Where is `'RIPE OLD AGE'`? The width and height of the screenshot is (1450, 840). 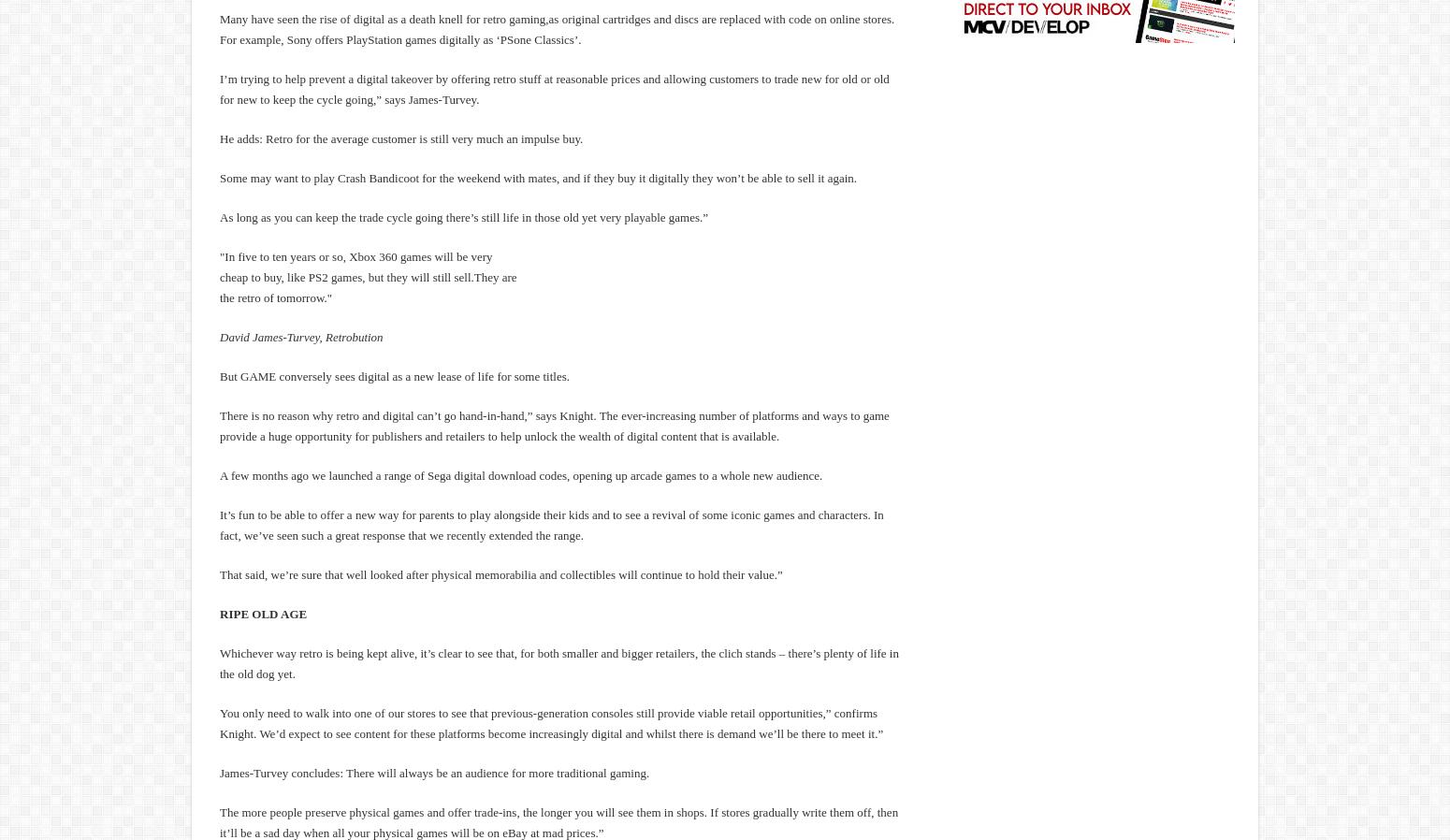 'RIPE OLD AGE' is located at coordinates (219, 613).